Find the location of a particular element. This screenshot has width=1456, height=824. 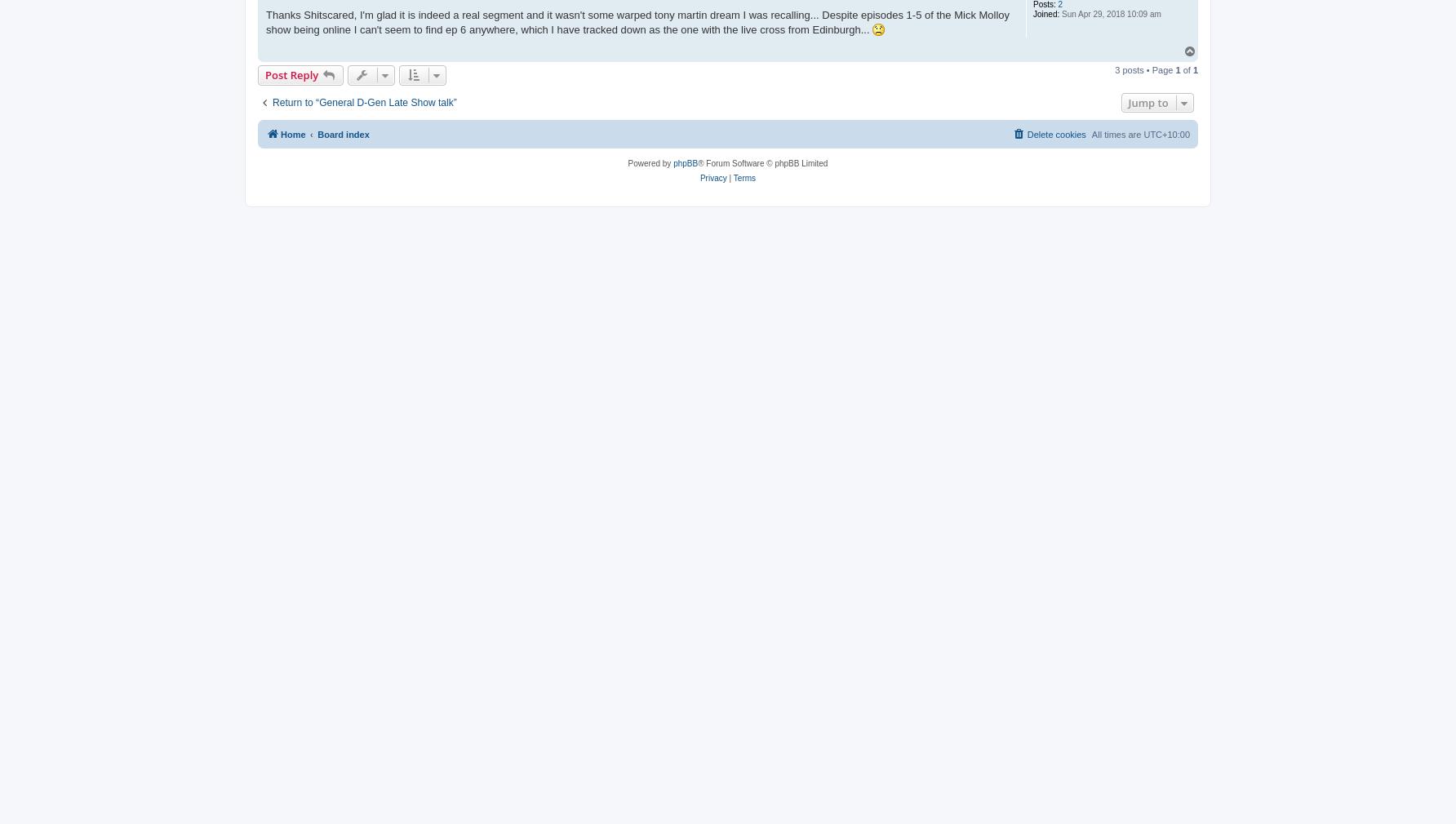

'|' is located at coordinates (729, 176).